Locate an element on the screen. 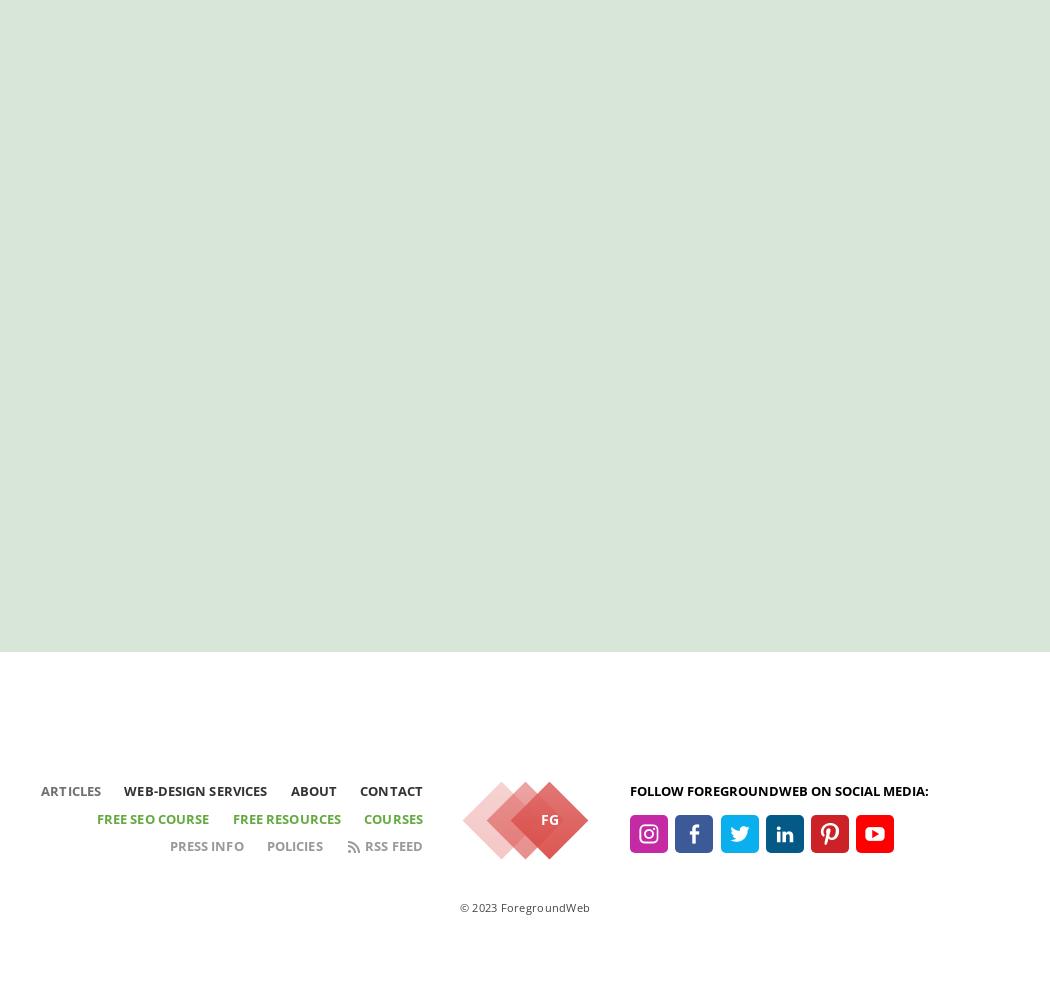 Image resolution: width=1050 pixels, height=999 pixels. 'Courses' is located at coordinates (393, 817).